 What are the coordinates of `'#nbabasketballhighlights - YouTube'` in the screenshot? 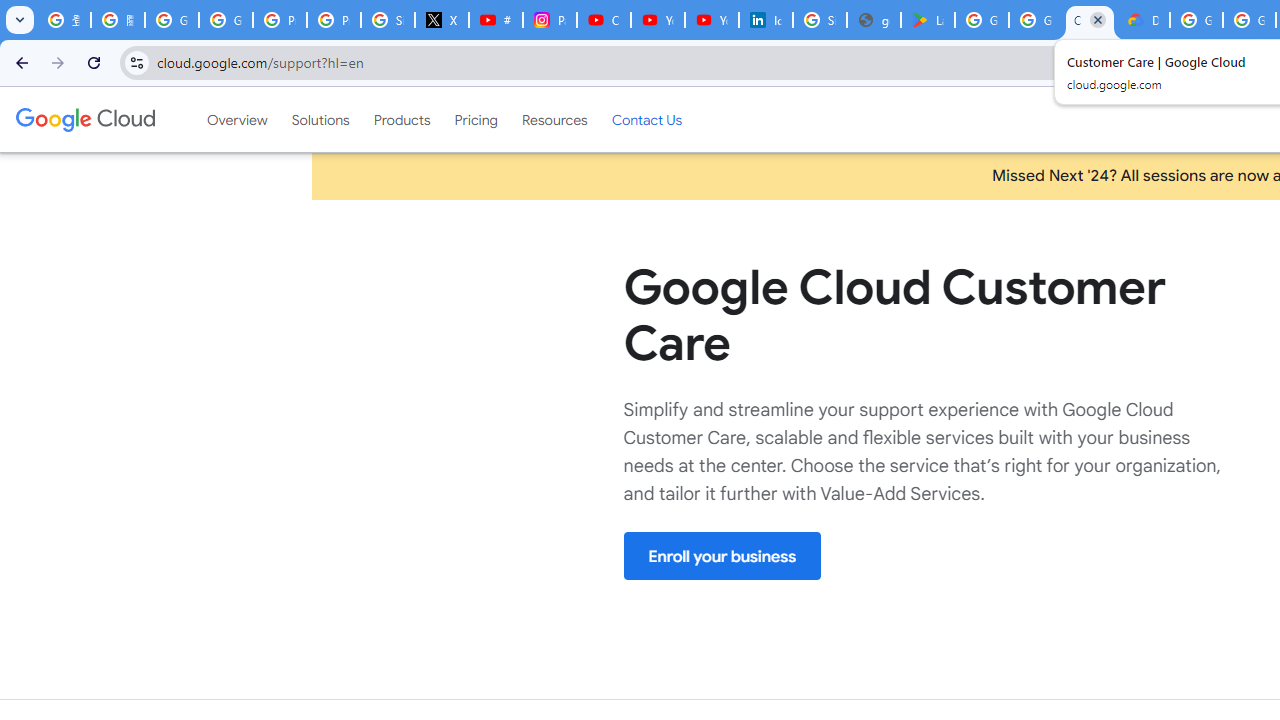 It's located at (496, 20).